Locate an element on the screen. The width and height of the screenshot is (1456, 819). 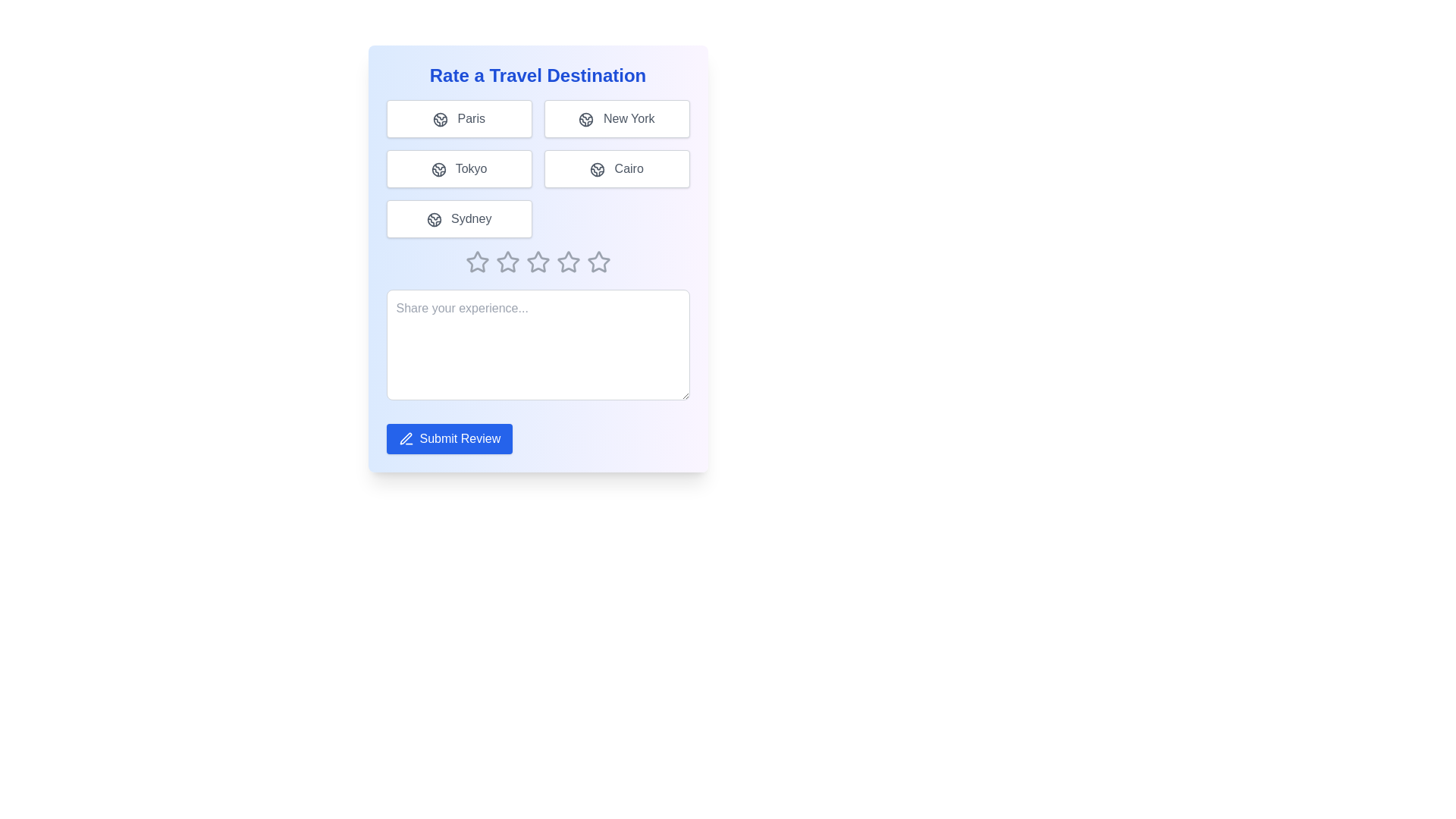
the circular globe icon within the bordered rectangular button labeled 'Paris', which is located in the top-left corner of the group of destination buttons is located at coordinates (439, 118).